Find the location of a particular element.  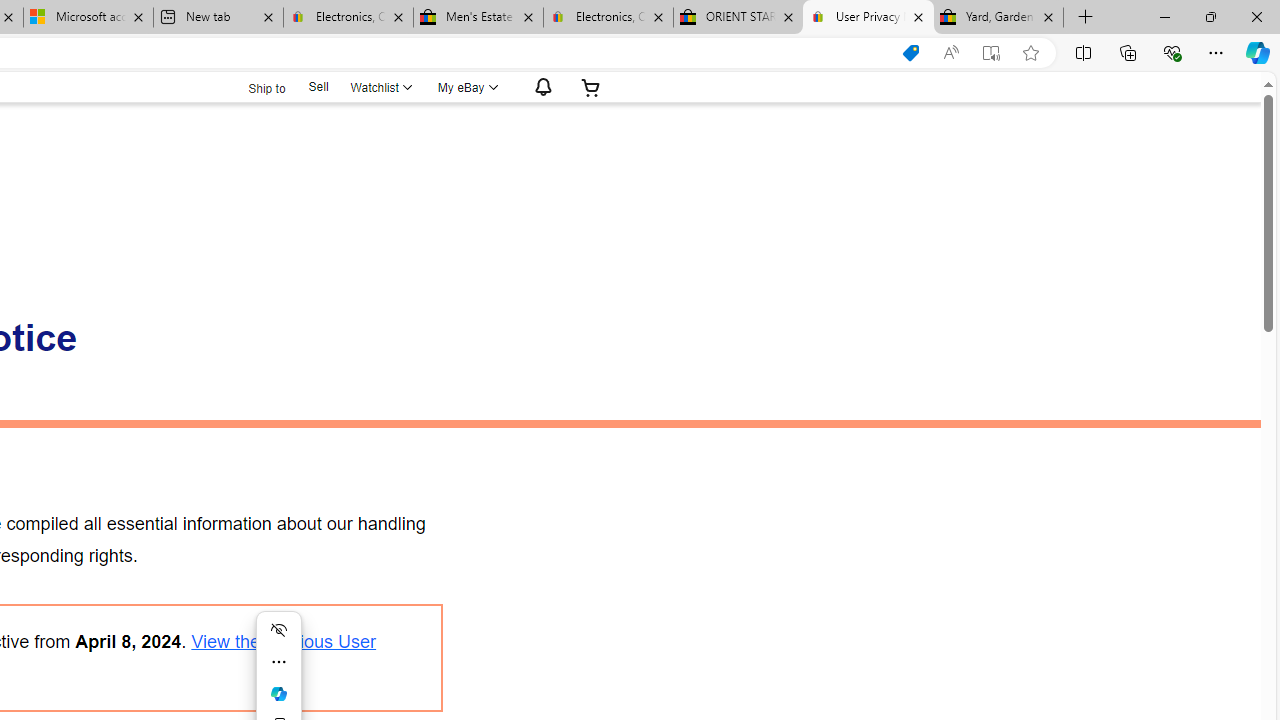

'Ask Copilot' is located at coordinates (278, 693).